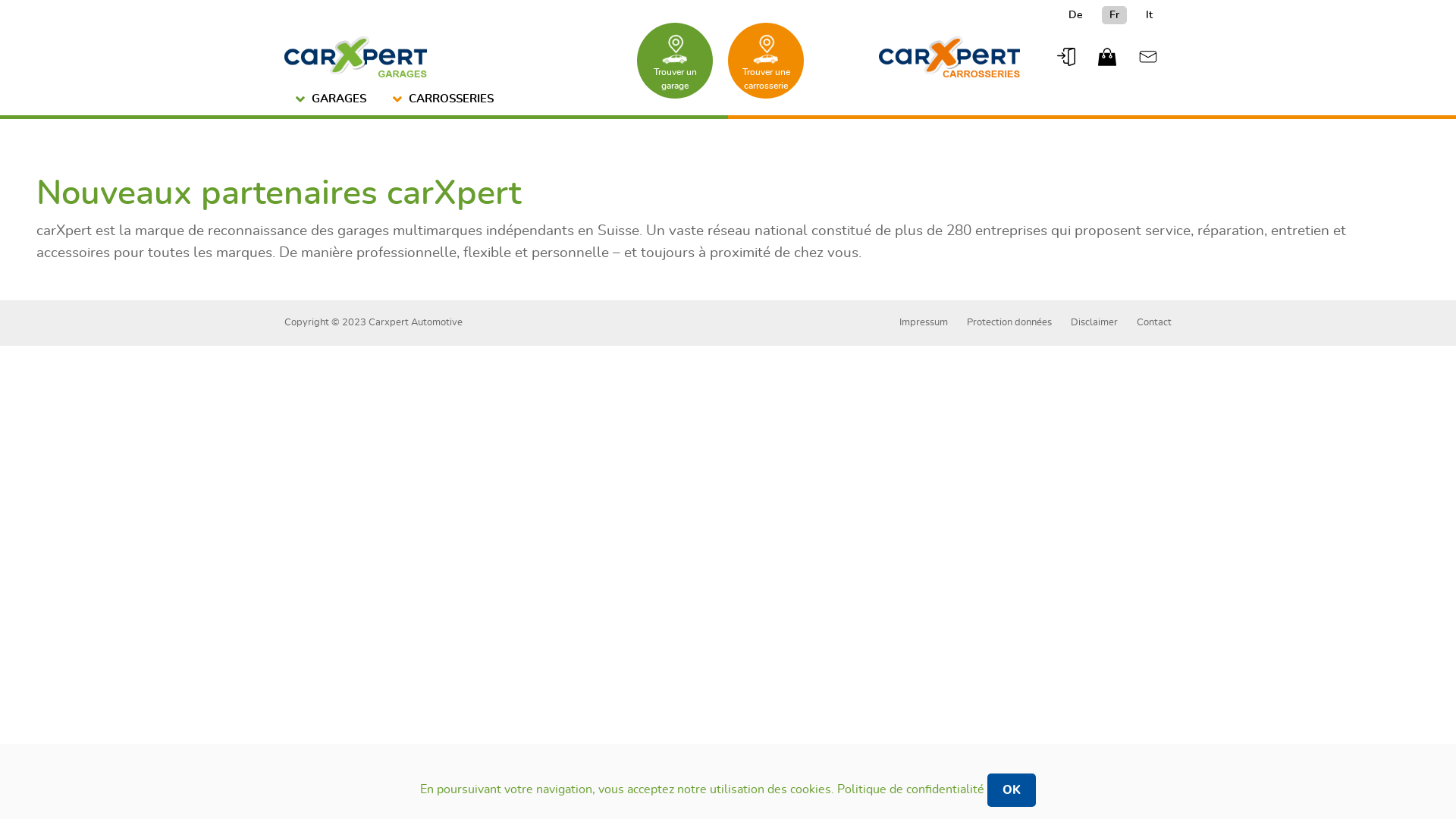 The width and height of the screenshot is (1456, 819). Describe the element at coordinates (673, 60) in the screenshot. I see `'Trouver un garage'` at that location.